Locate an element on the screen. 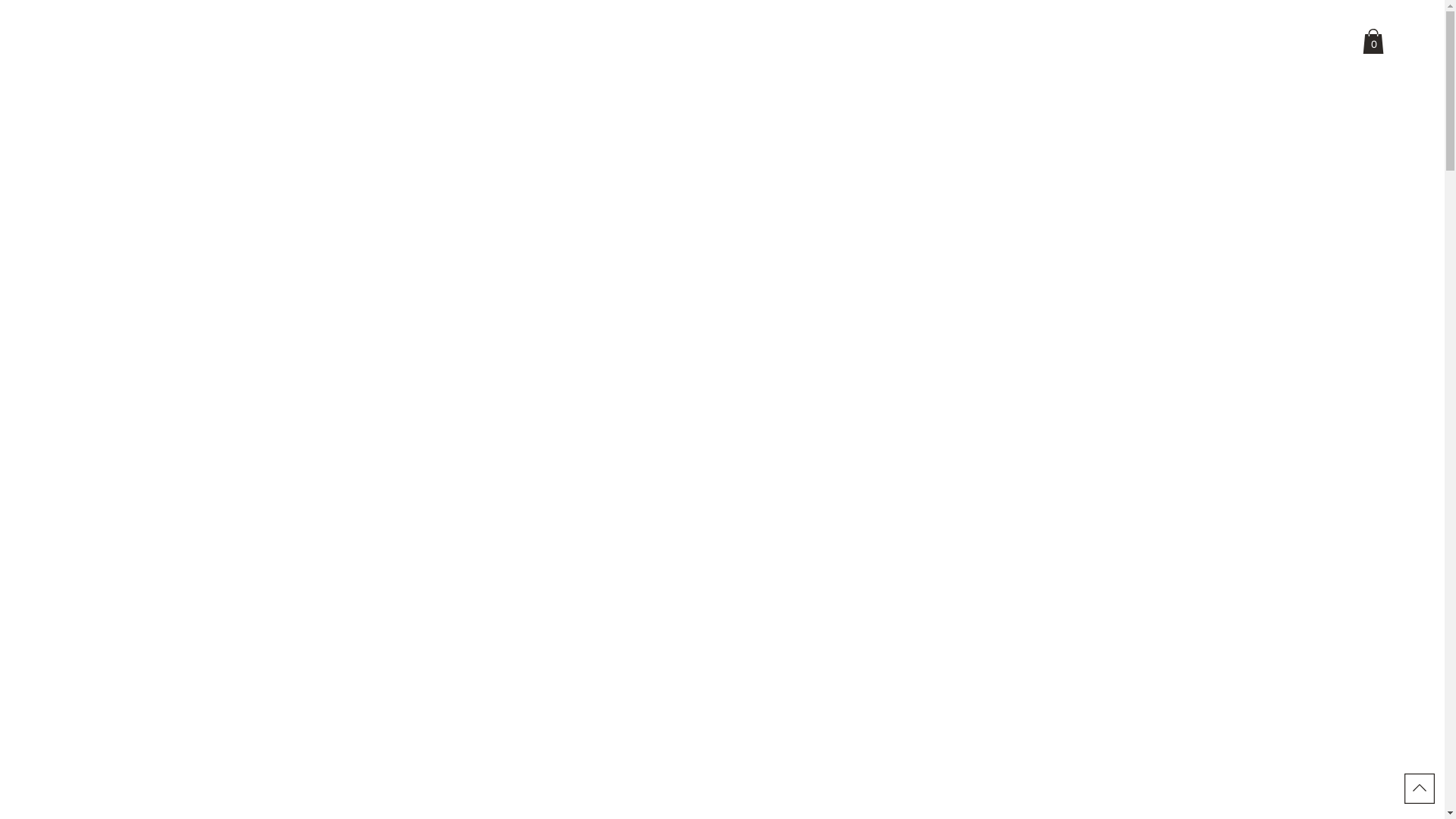 The height and width of the screenshot is (819, 1456). '0' is located at coordinates (1373, 40).